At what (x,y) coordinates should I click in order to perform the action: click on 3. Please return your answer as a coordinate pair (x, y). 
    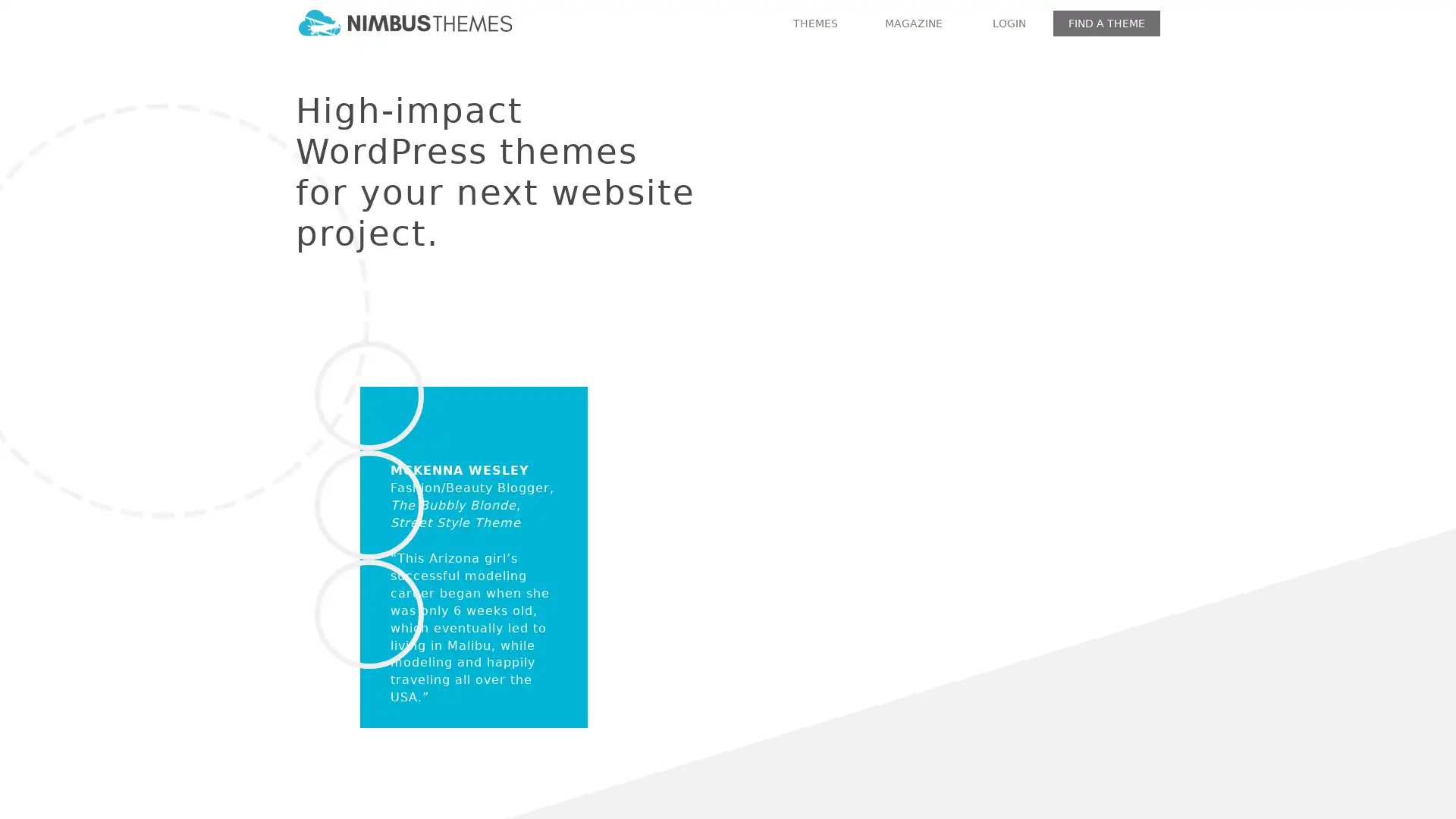
    Looking at the image, I should click on (913, 526).